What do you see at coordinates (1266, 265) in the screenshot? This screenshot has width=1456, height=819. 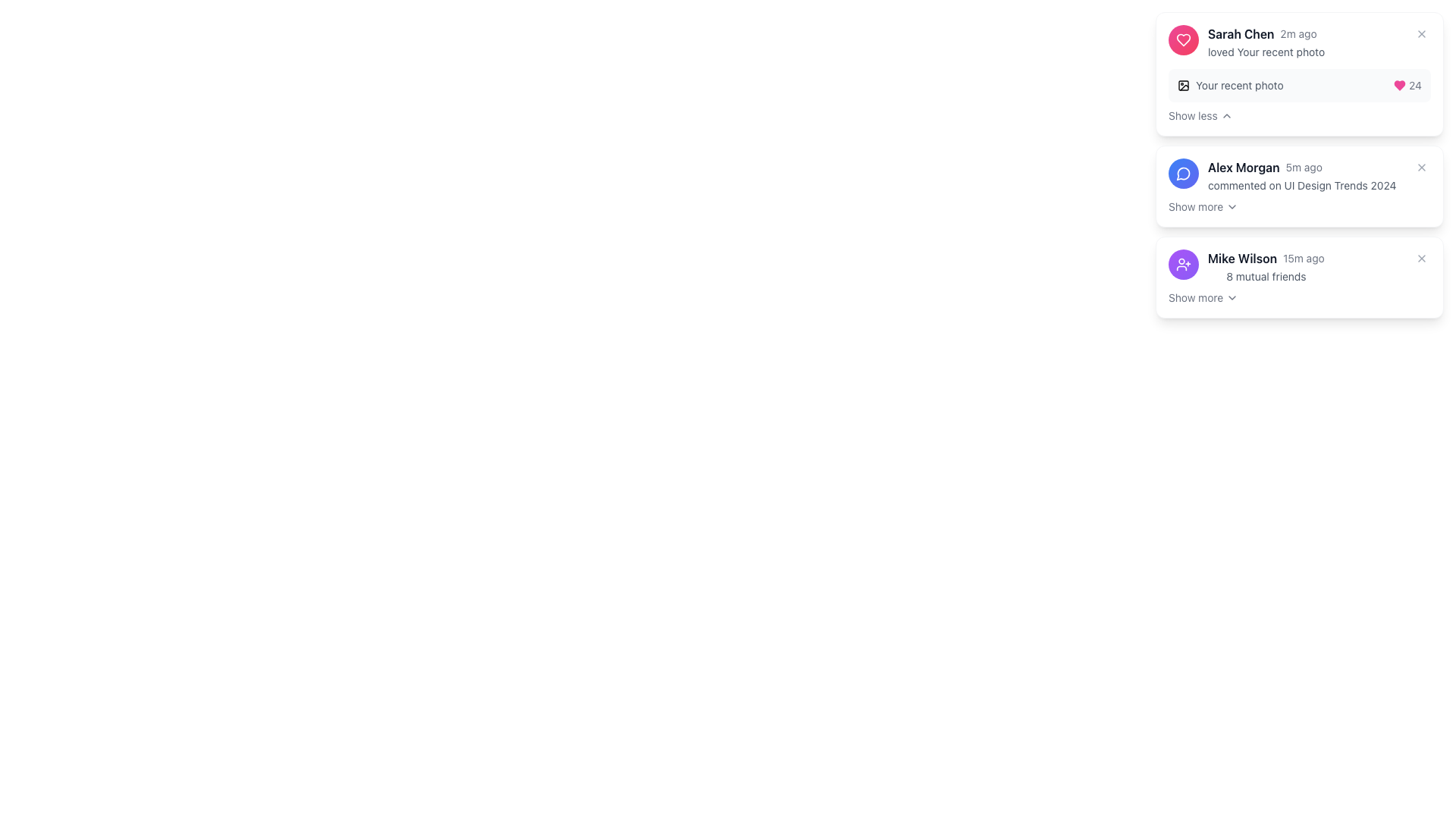 I see `the information display text block for user 'Mike Wilson'` at bounding box center [1266, 265].